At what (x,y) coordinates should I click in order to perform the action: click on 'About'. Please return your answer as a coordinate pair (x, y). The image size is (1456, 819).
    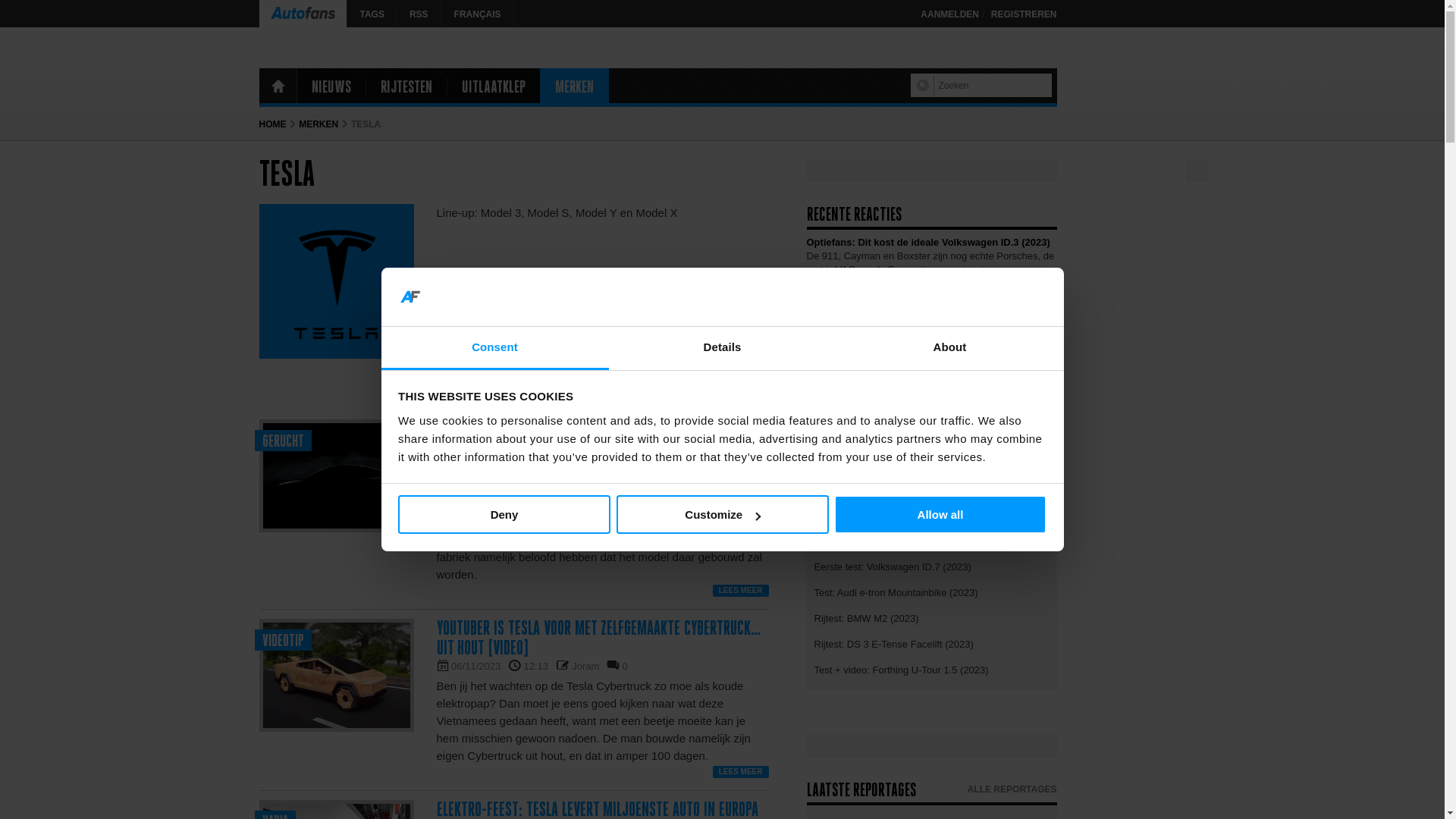
    Looking at the image, I should click on (949, 348).